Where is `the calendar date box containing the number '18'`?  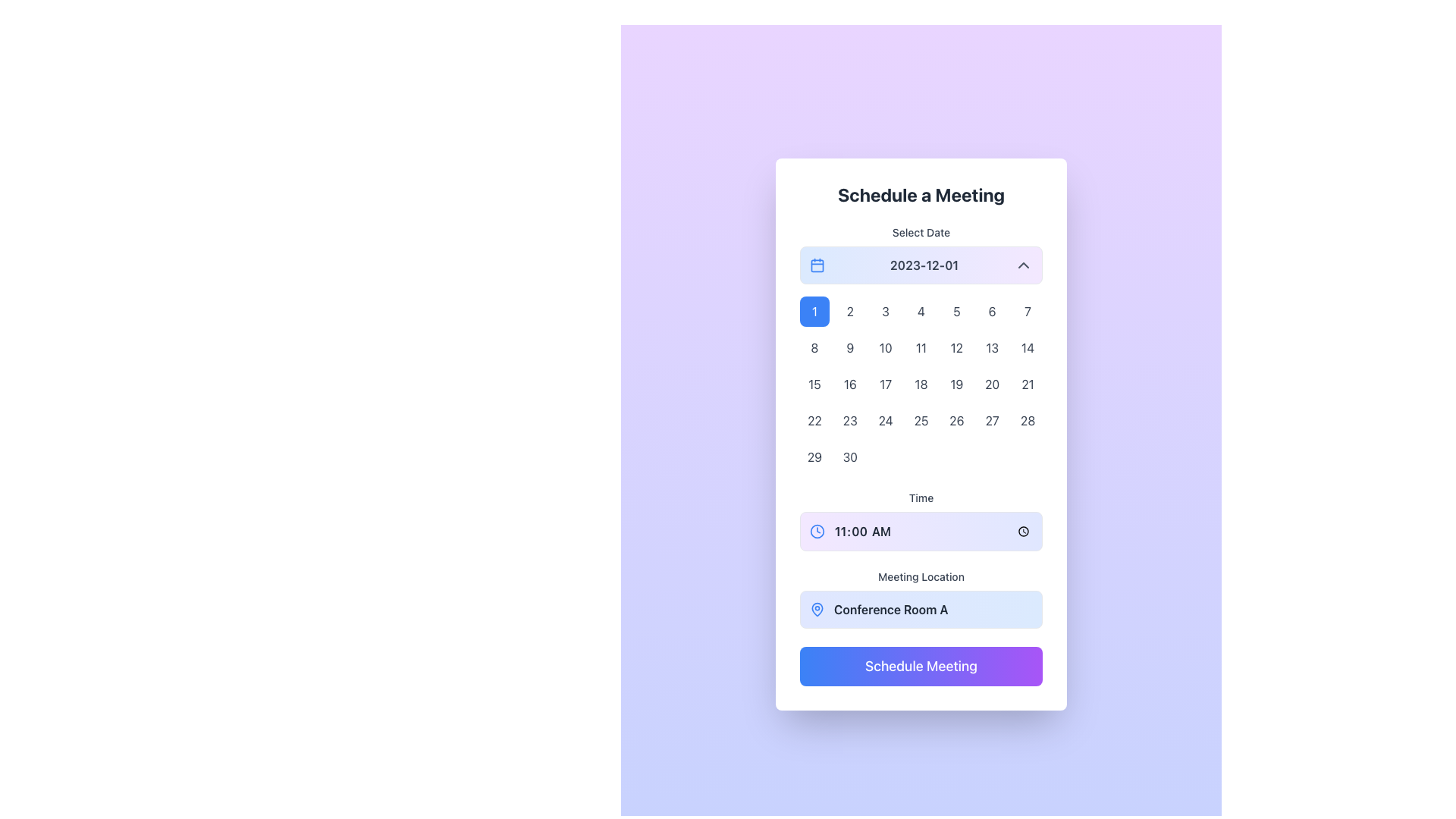 the calendar date box containing the number '18' is located at coordinates (920, 383).